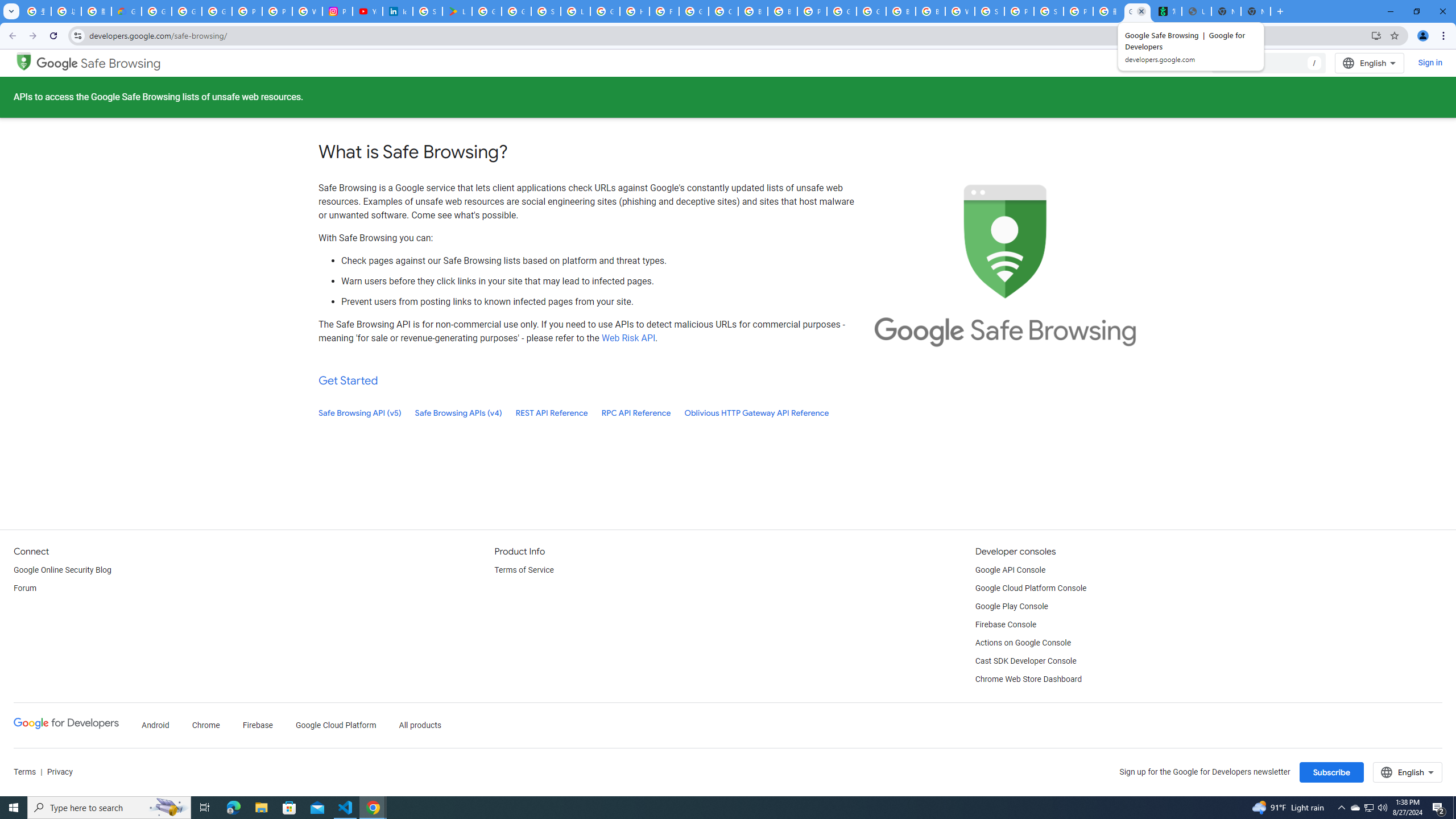 The height and width of the screenshot is (819, 1456). Describe the element at coordinates (359, 412) in the screenshot. I see `'Safe Browsing API (v5)'` at that location.